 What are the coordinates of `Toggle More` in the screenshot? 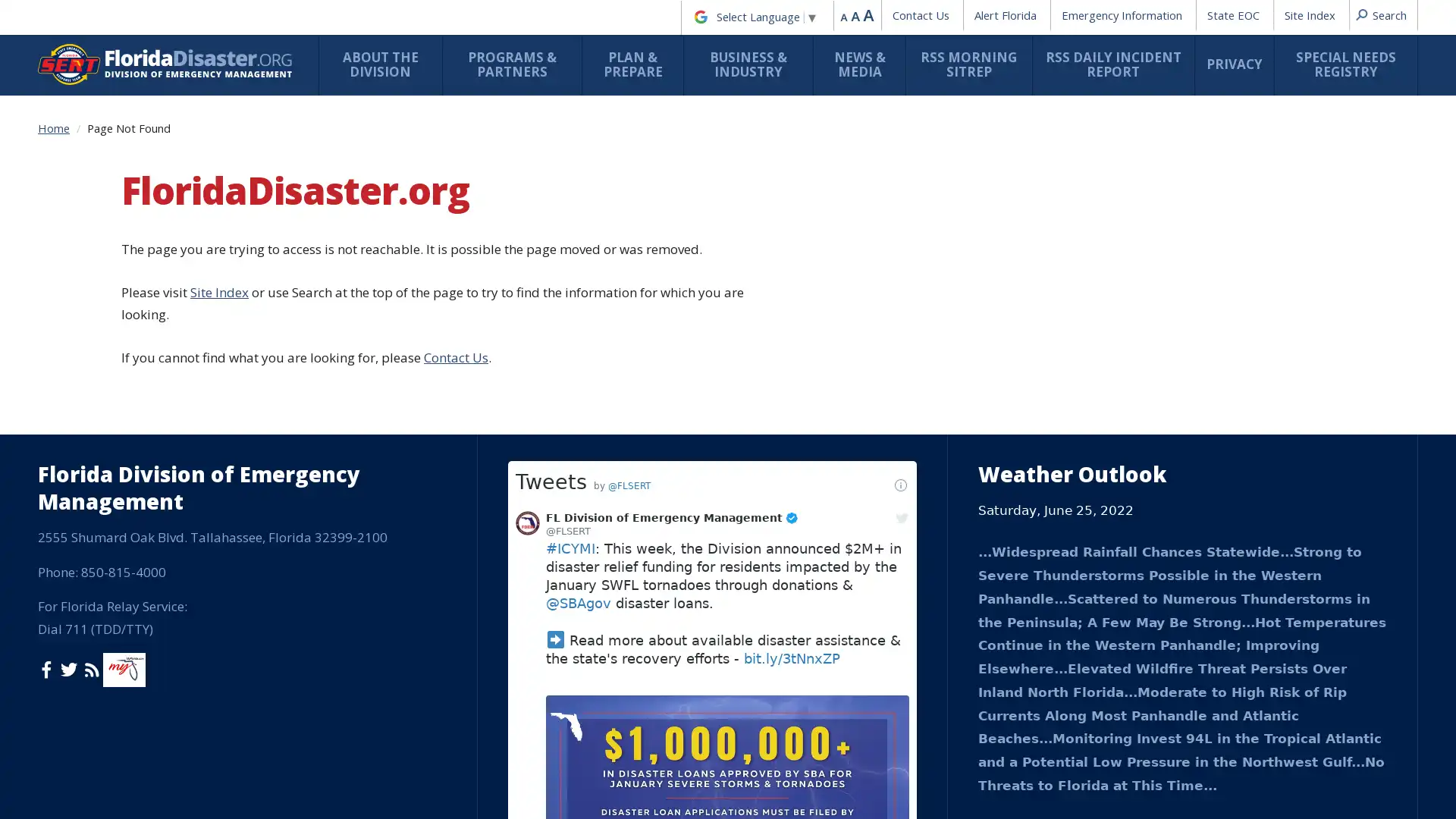 It's located at (760, 786).